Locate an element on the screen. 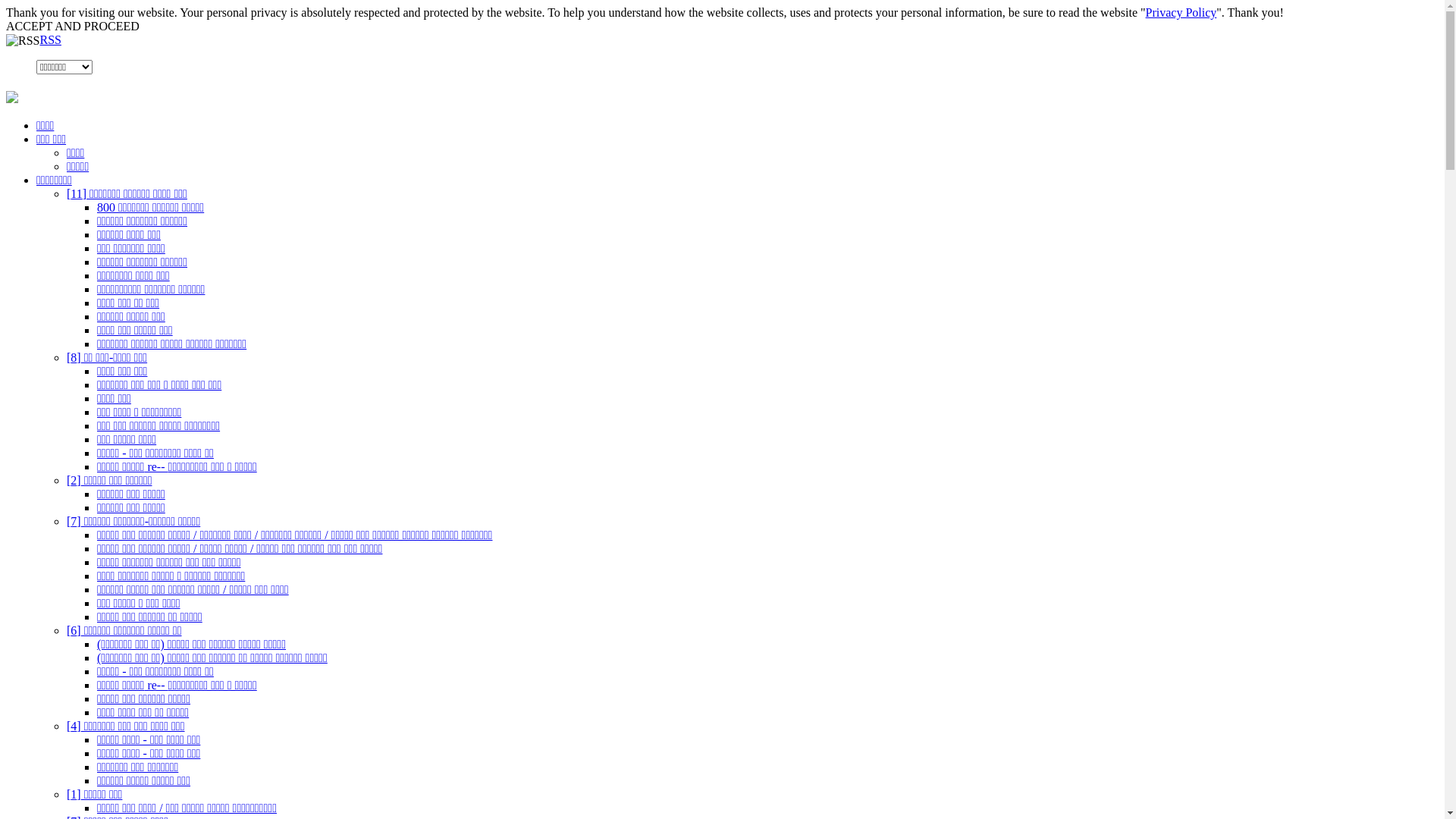 This screenshot has width=1456, height=819. 'RSS' is located at coordinates (50, 39).